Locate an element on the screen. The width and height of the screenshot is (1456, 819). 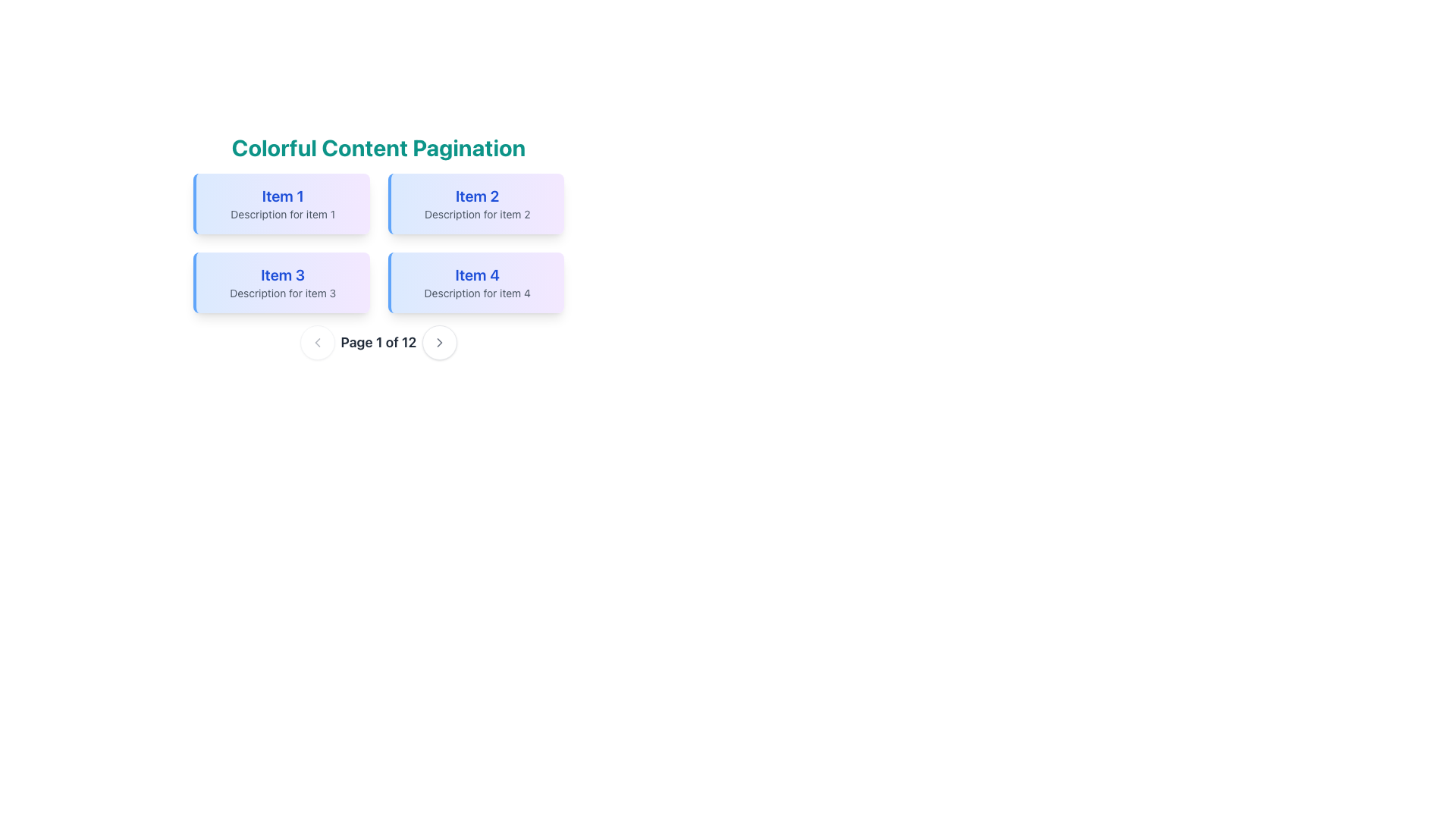
the descriptive label for 'Item 4' located directly below the text 'Item 4' within the card element in the bottom-right section of a four-card grid is located at coordinates (476, 293).